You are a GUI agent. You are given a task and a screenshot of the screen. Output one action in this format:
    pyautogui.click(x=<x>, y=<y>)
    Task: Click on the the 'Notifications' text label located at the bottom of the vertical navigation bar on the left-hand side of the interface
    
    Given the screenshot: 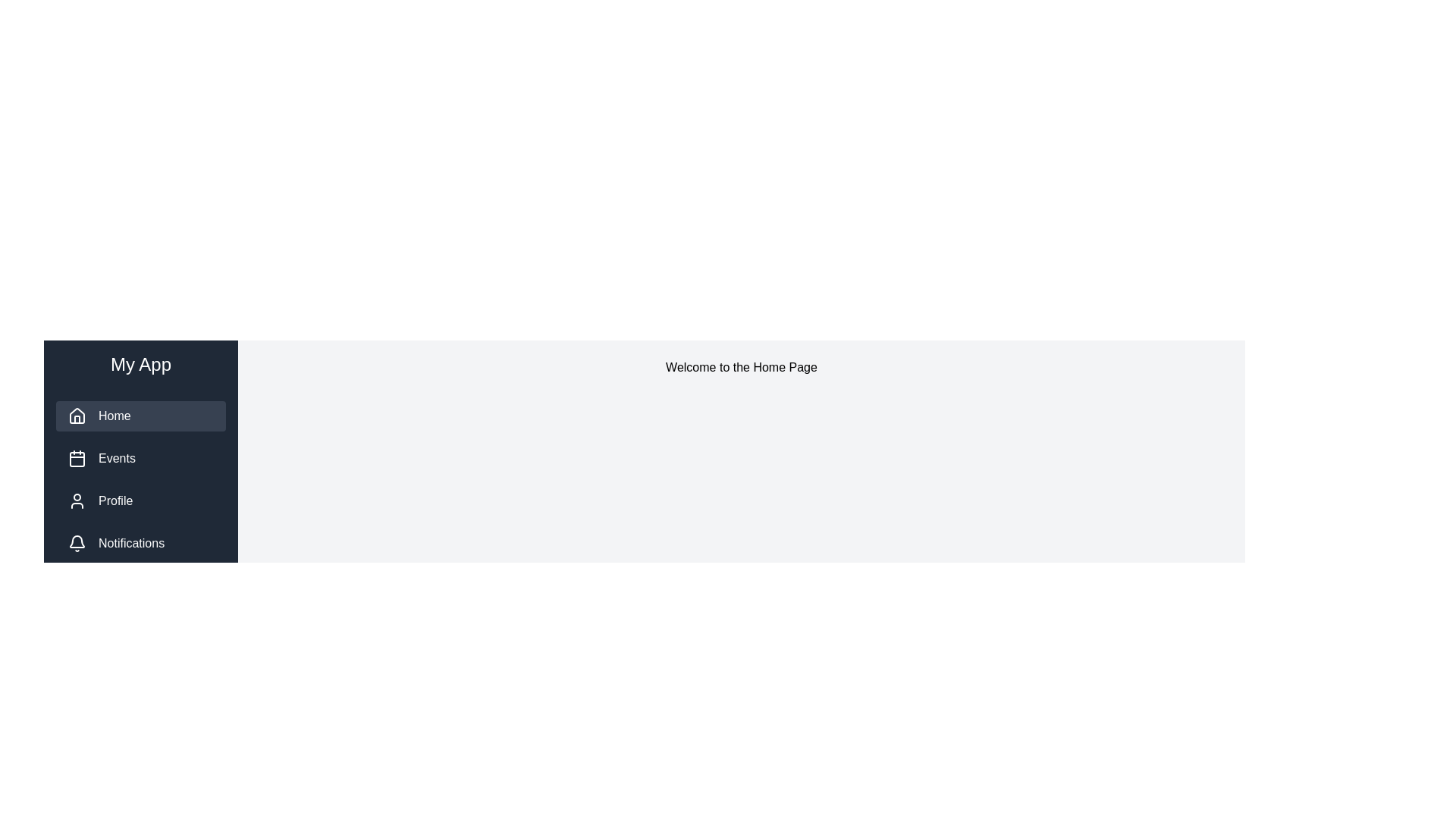 What is the action you would take?
    pyautogui.click(x=131, y=543)
    